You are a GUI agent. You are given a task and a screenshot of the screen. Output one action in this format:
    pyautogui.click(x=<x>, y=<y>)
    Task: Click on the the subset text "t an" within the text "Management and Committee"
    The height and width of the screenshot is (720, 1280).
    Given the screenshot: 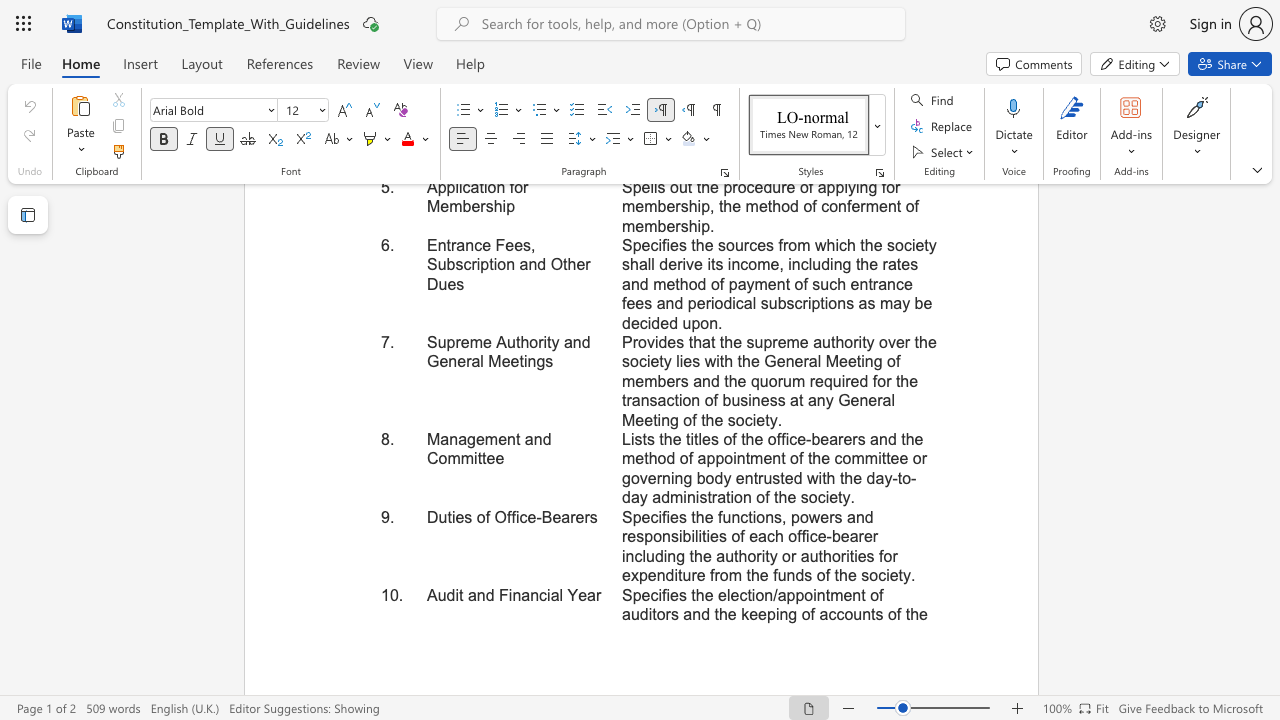 What is the action you would take?
    pyautogui.click(x=515, y=438)
    